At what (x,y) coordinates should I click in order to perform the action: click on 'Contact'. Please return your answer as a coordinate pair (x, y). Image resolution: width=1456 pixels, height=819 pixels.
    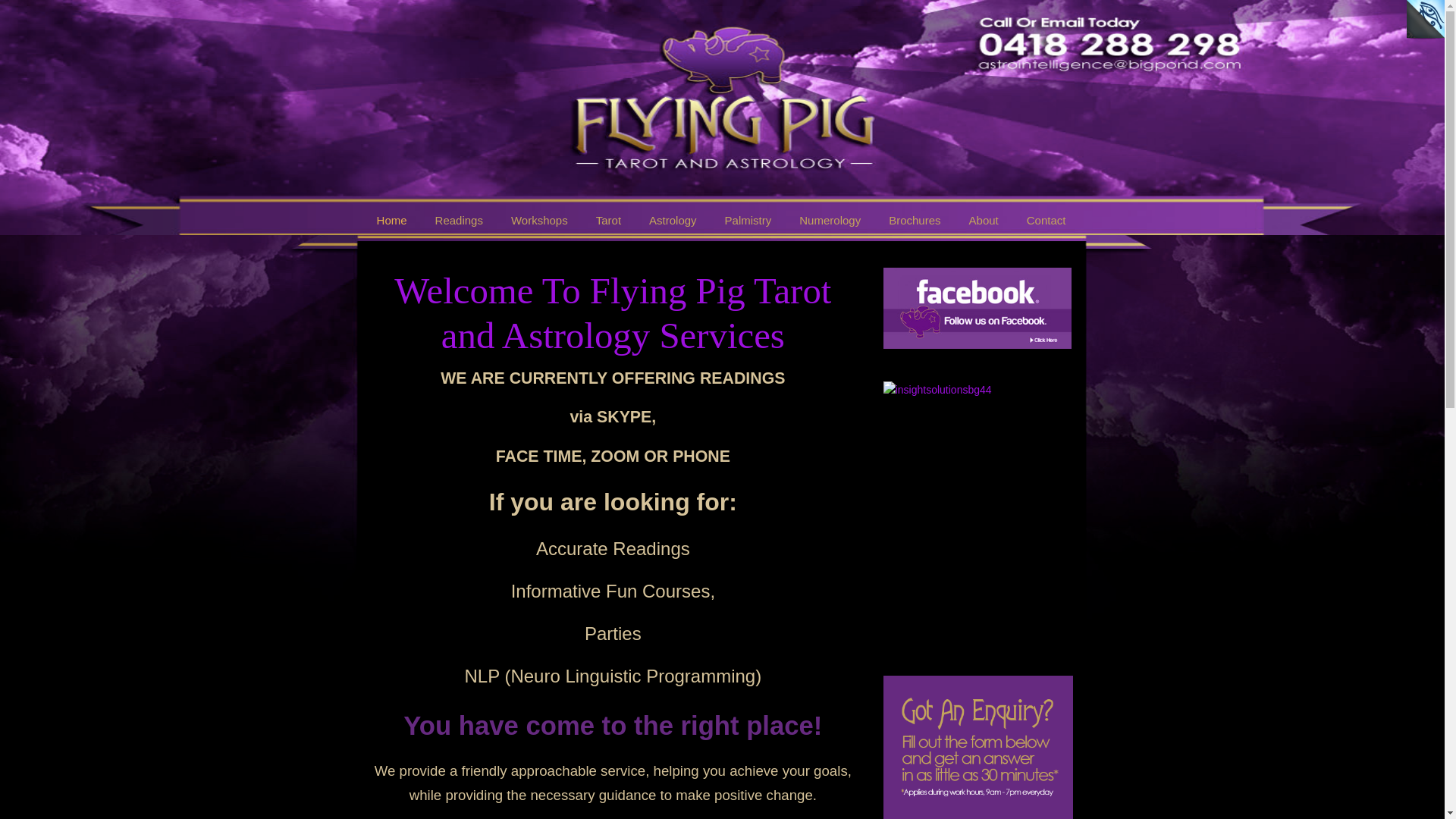
    Looking at the image, I should click on (1046, 220).